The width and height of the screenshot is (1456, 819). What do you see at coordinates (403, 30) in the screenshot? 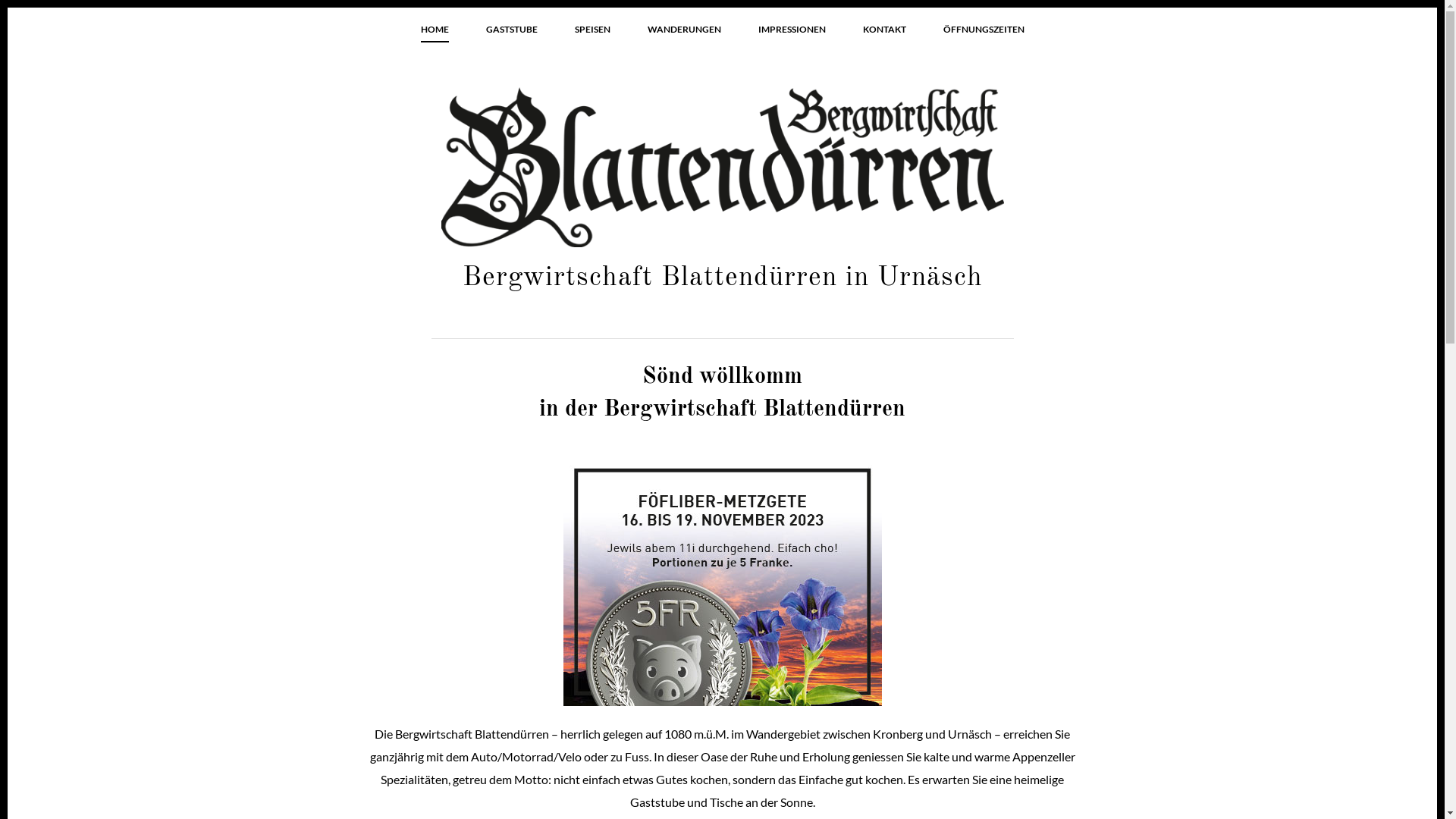
I see `'HOME'` at bounding box center [403, 30].